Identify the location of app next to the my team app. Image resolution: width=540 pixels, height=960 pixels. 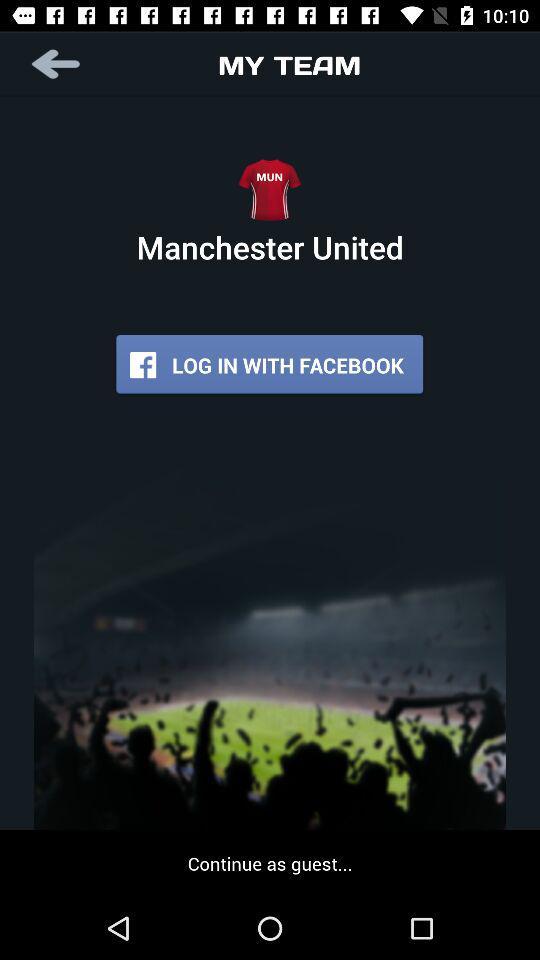
(57, 64).